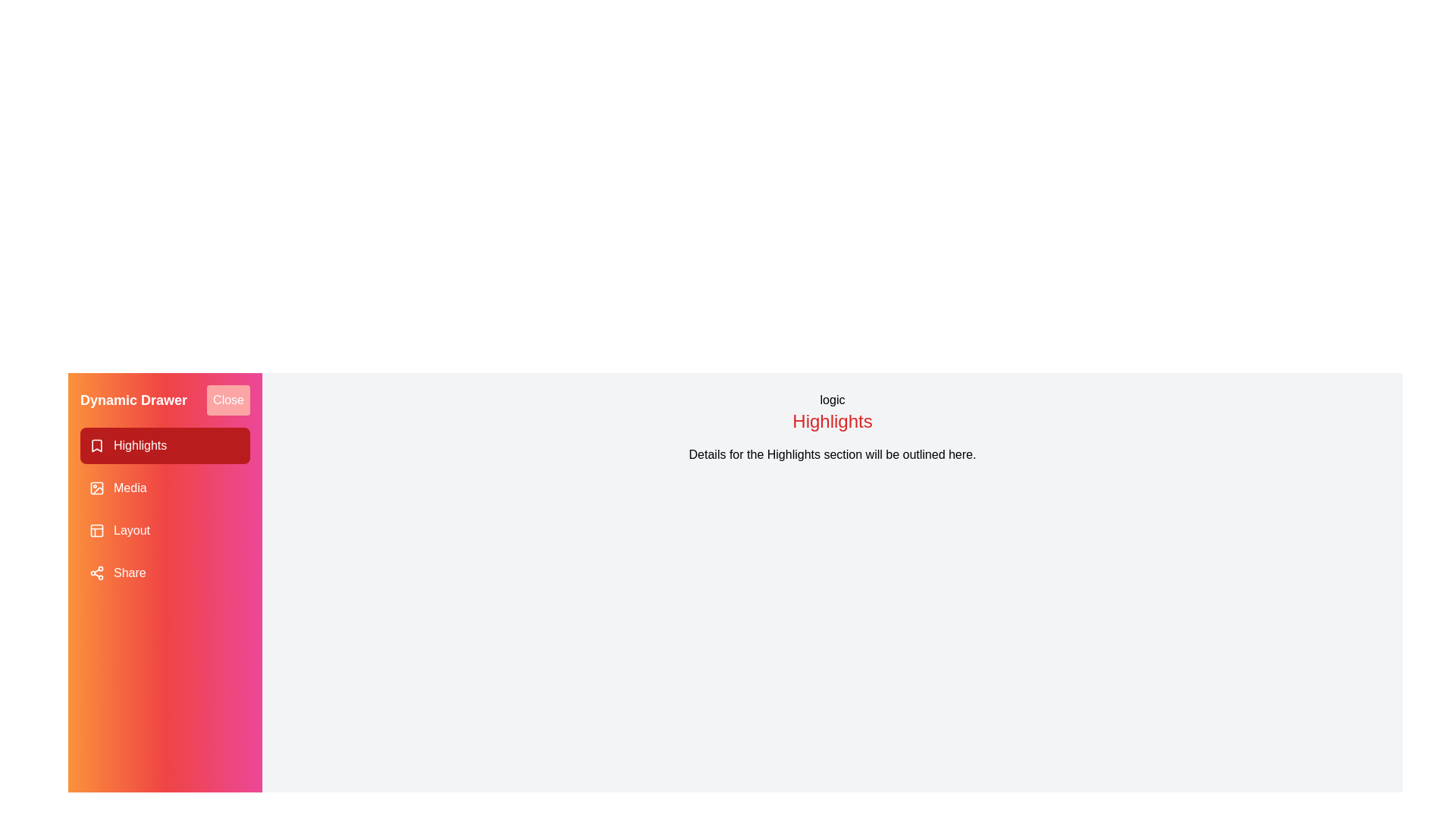 The height and width of the screenshot is (819, 1456). Describe the element at coordinates (165, 573) in the screenshot. I see `the section Share from the drawer` at that location.